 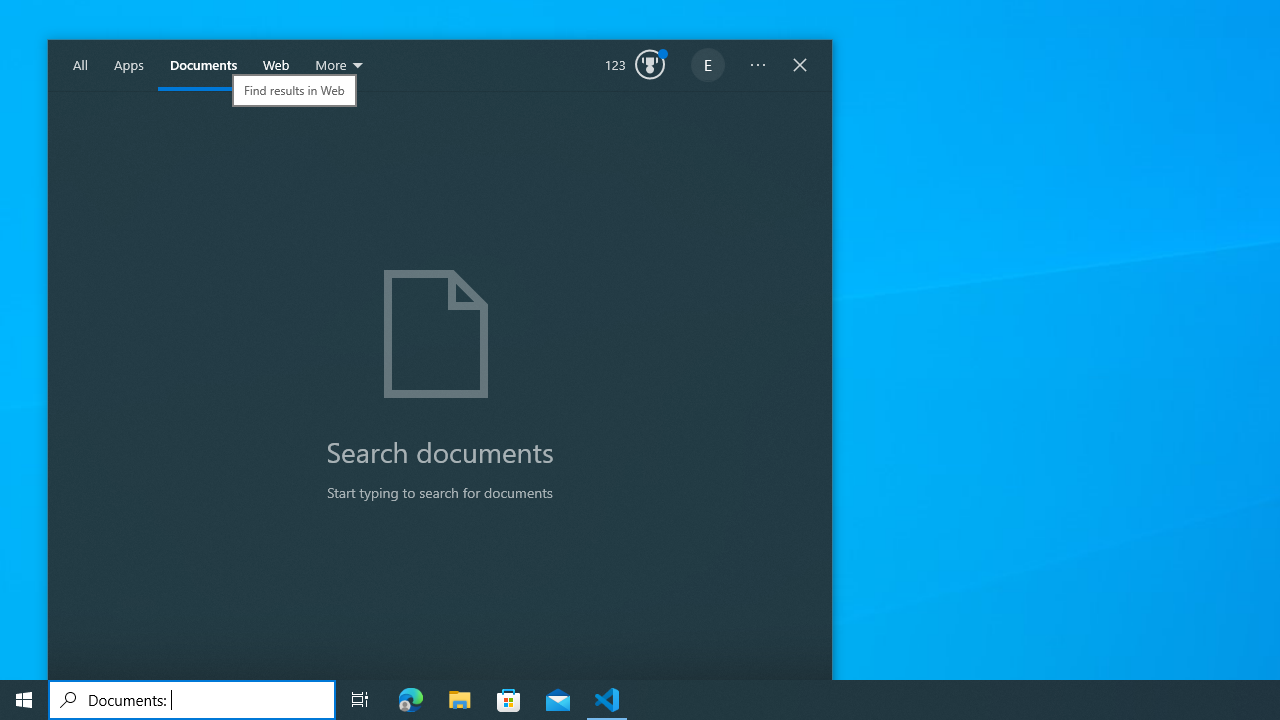 I want to click on 'More', so click(x=341, y=65).